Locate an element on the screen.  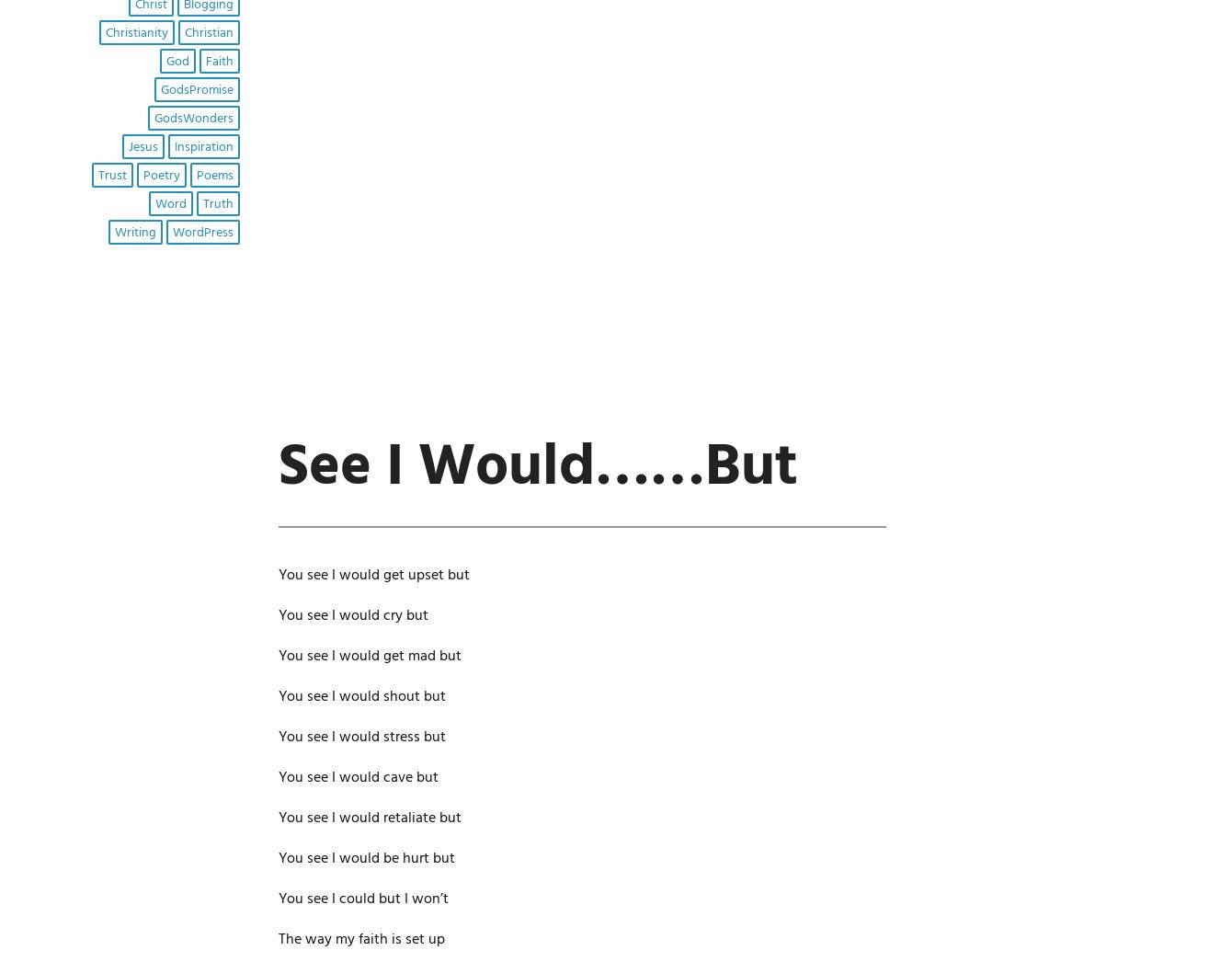
'Poems' is located at coordinates (195, 175).